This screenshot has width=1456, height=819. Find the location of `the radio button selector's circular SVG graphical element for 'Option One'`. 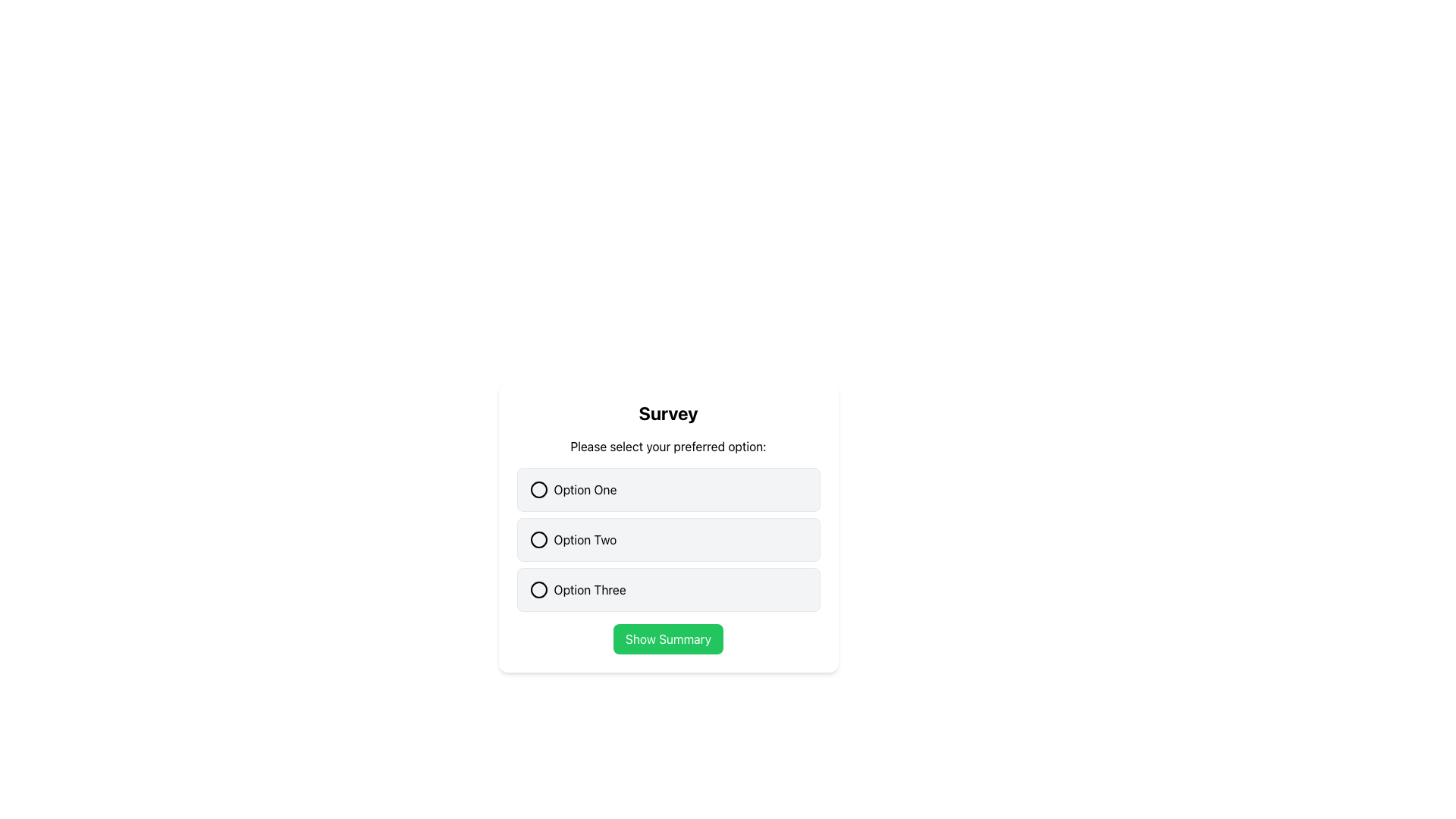

the radio button selector's circular SVG graphical element for 'Option One' is located at coordinates (538, 489).